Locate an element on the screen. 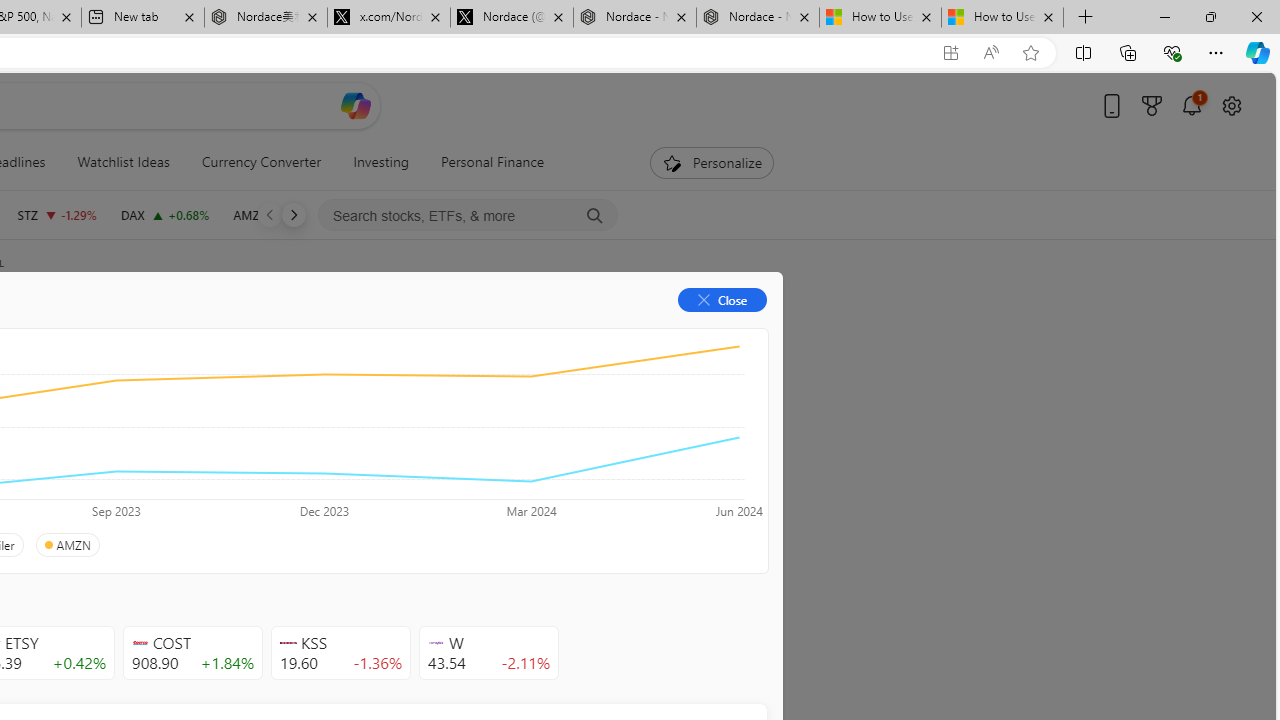  'STZ CONSTELLATION BRANDS, INC. decrease 239.98 -3.13 -1.29%' is located at coordinates (56, 214).